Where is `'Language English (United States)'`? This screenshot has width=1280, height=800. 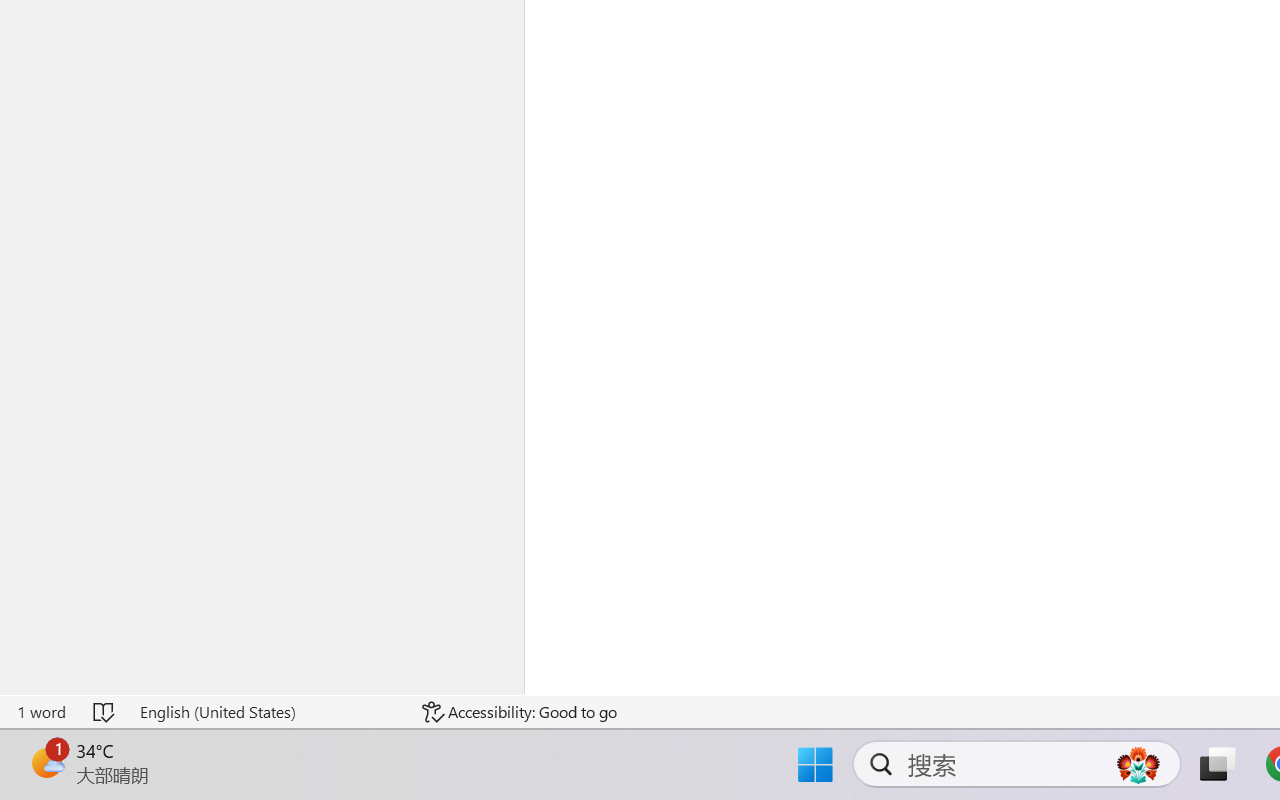
'Language English (United States)' is located at coordinates (266, 711).